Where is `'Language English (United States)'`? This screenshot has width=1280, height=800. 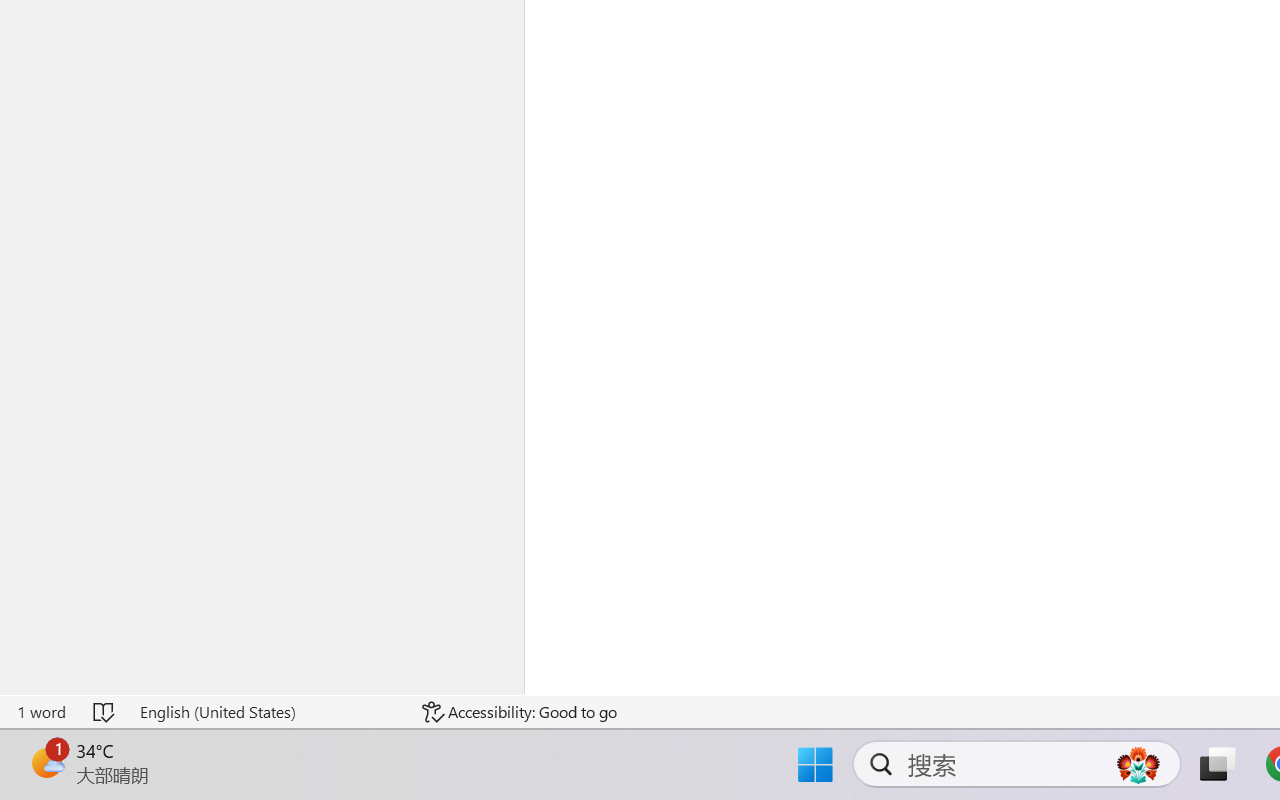
'Language English (United States)' is located at coordinates (266, 711).